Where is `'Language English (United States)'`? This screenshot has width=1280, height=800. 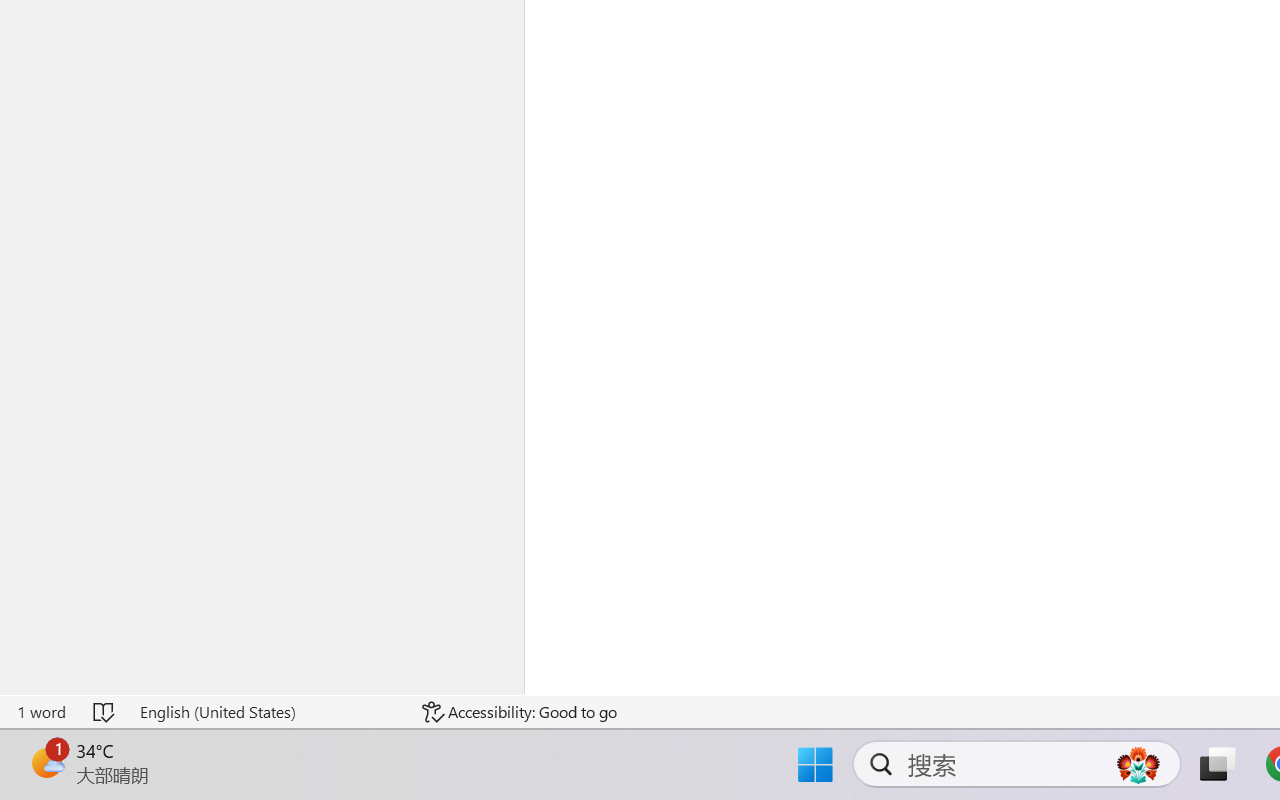
'Language English (United States)' is located at coordinates (266, 711).